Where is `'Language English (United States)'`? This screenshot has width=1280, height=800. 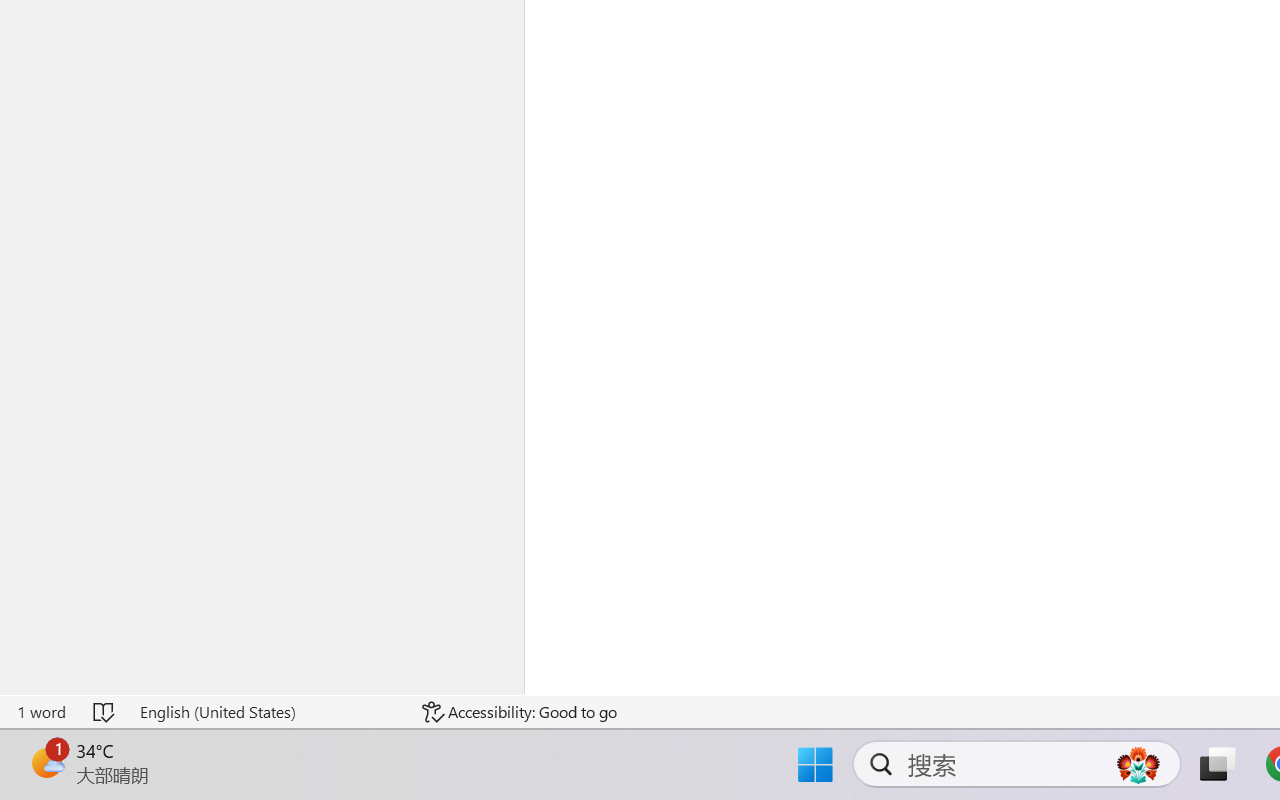
'Language English (United States)' is located at coordinates (266, 711).